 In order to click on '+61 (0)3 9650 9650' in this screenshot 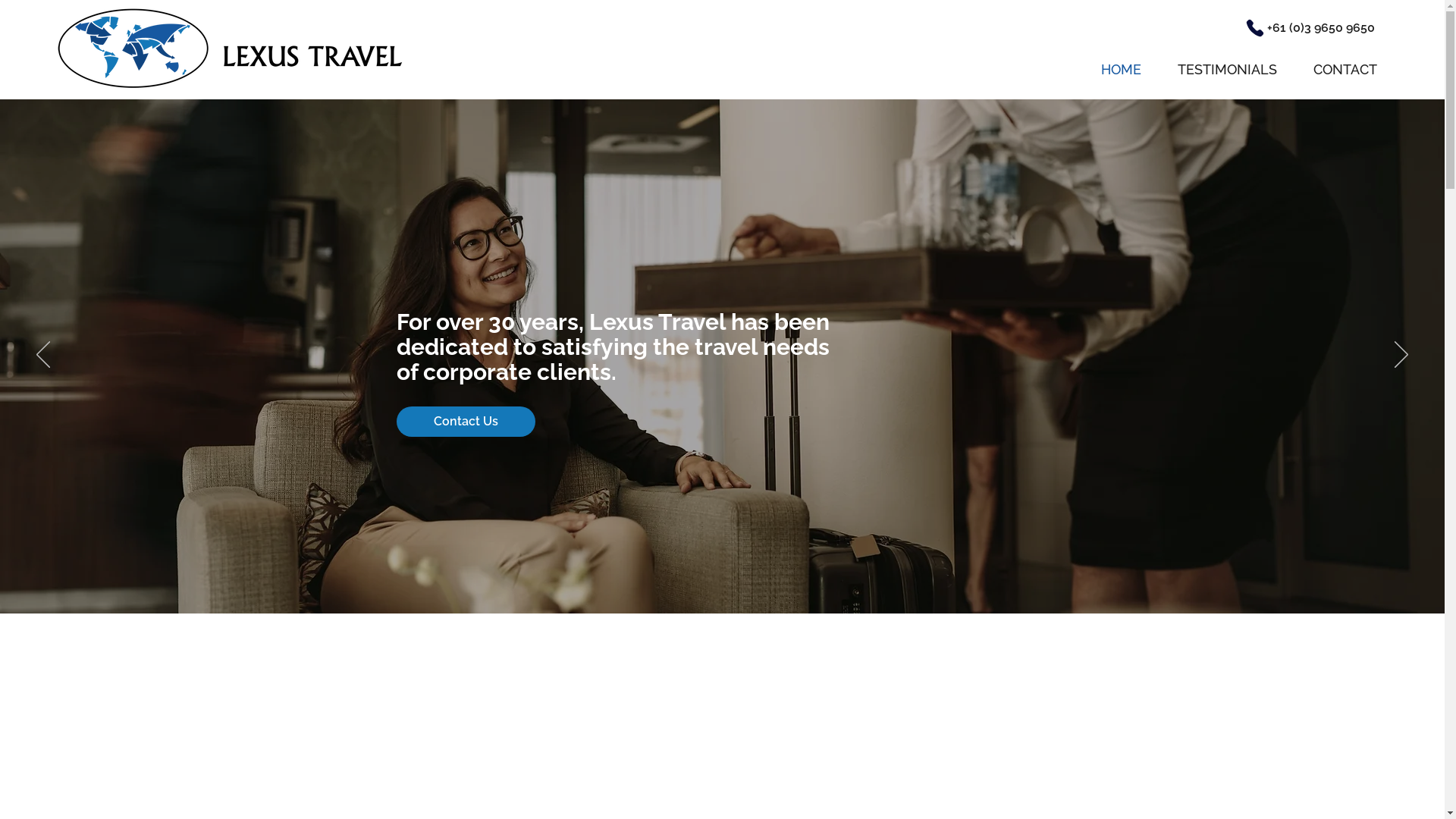, I will do `click(1320, 27)`.